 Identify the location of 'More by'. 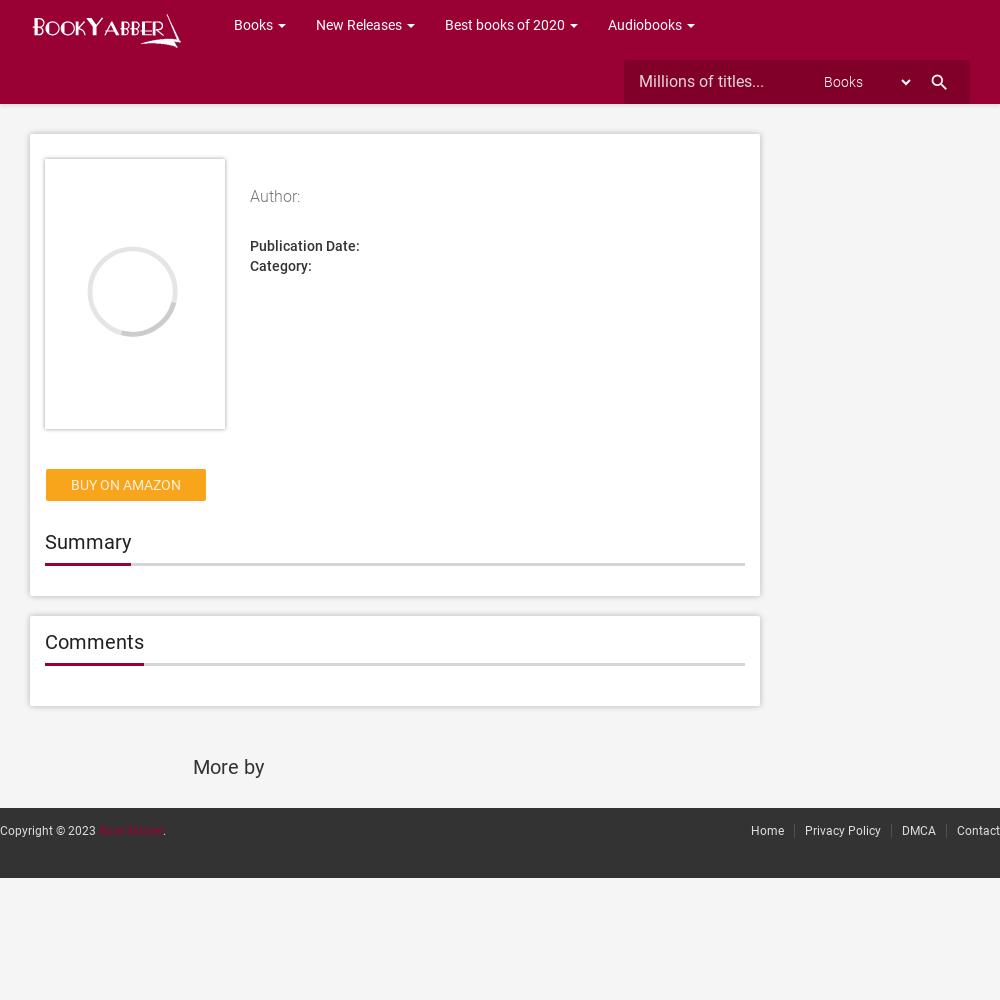
(191, 767).